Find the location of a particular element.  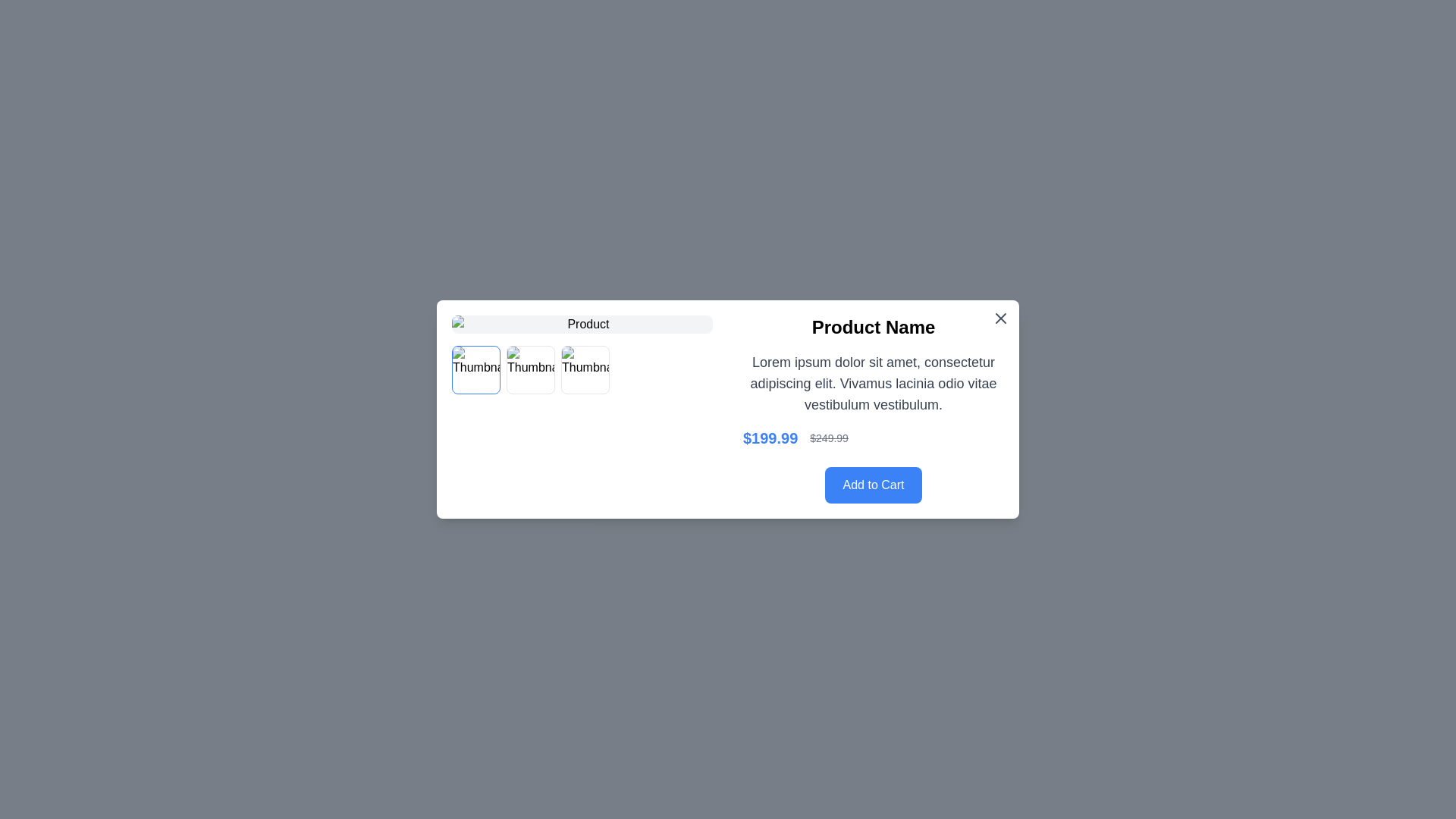

the first square thumbnail image with a rounded blue border is located at coordinates (475, 370).